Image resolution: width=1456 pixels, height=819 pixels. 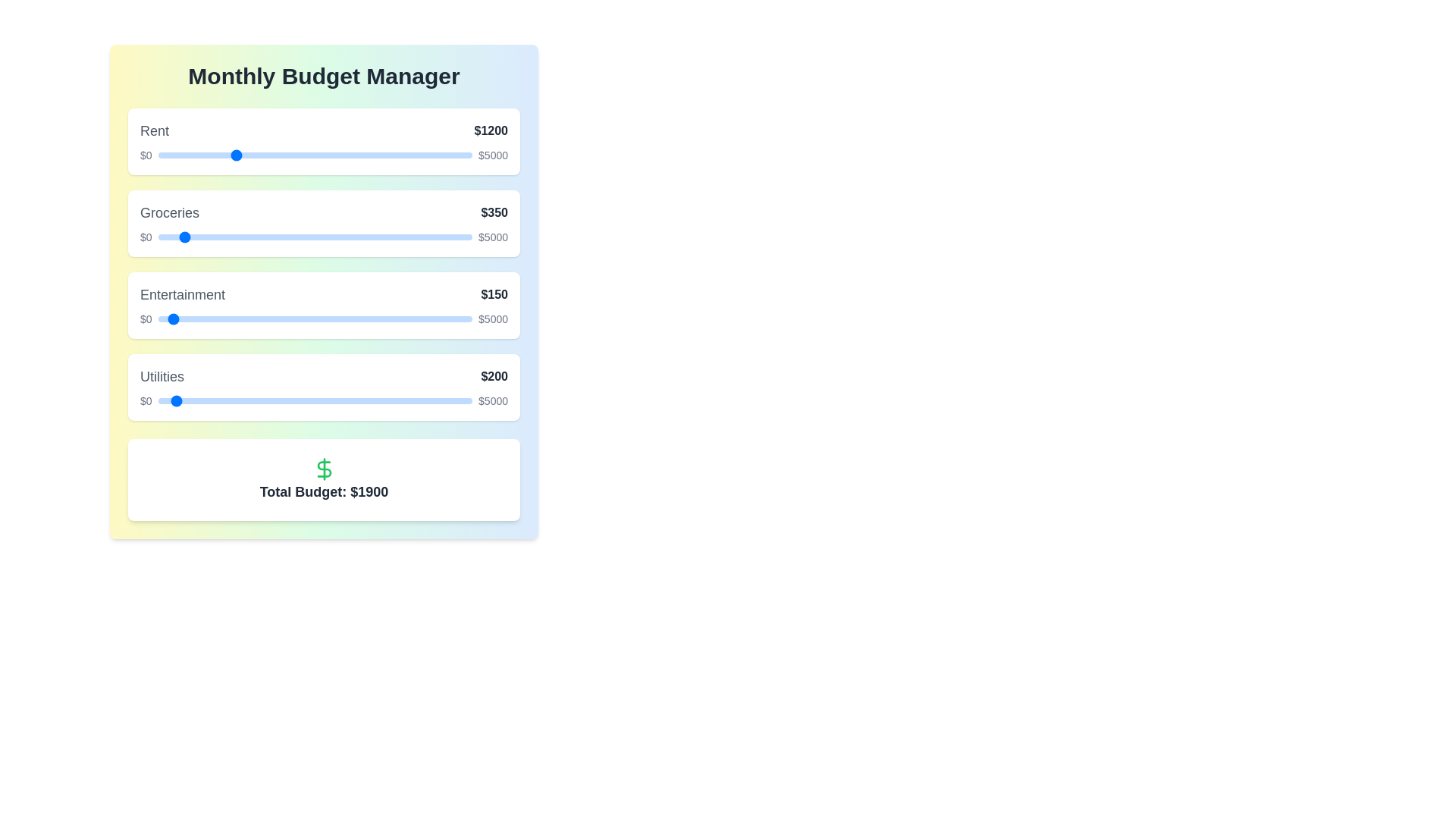 I want to click on the Entertainment budget, so click(x=237, y=318).